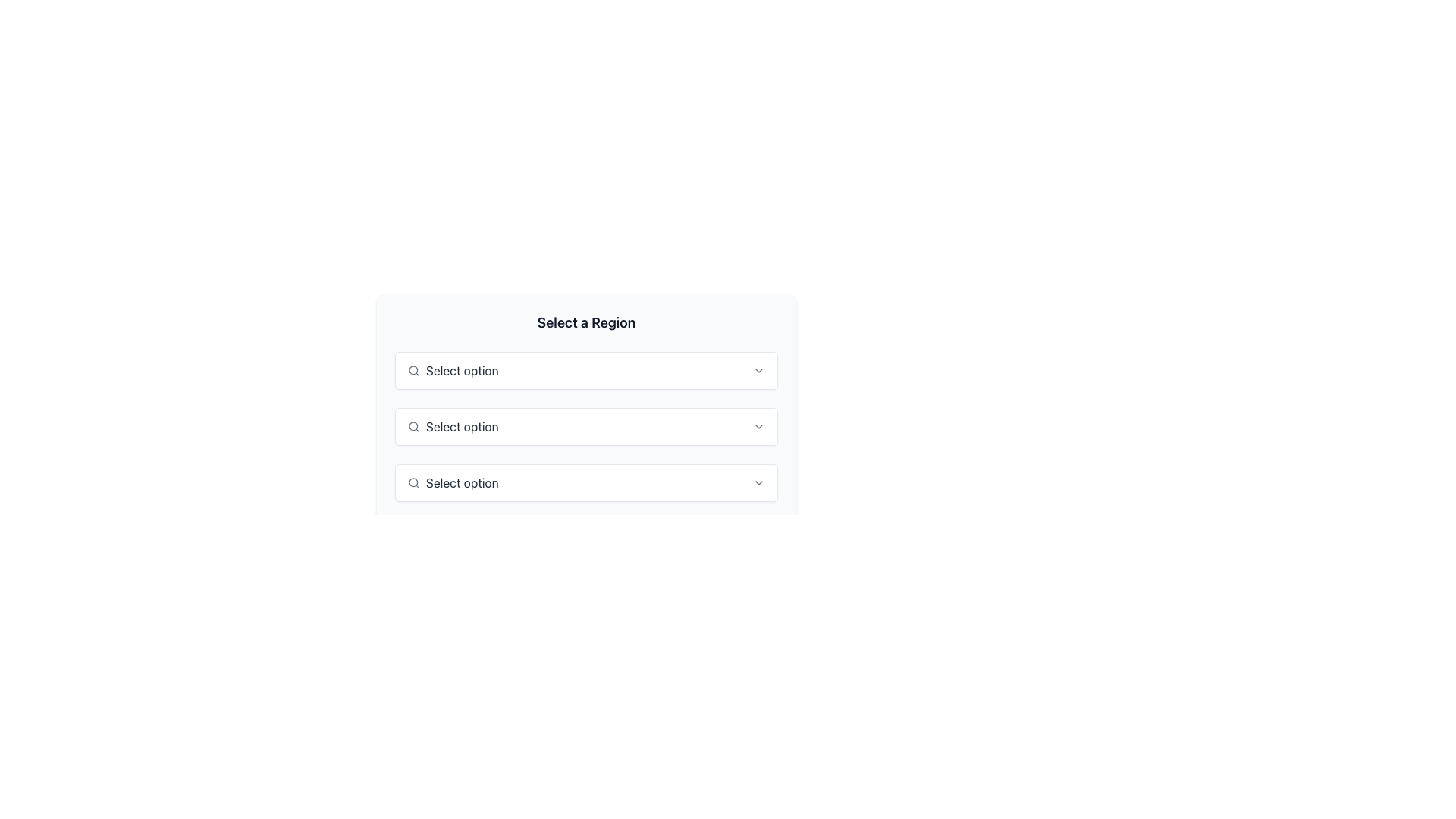 This screenshot has height=819, width=1456. Describe the element at coordinates (414, 427) in the screenshot. I see `the search icon located to the left of the 'Select option' text in the middle option field of the second row in a vertical list of three select options` at that location.